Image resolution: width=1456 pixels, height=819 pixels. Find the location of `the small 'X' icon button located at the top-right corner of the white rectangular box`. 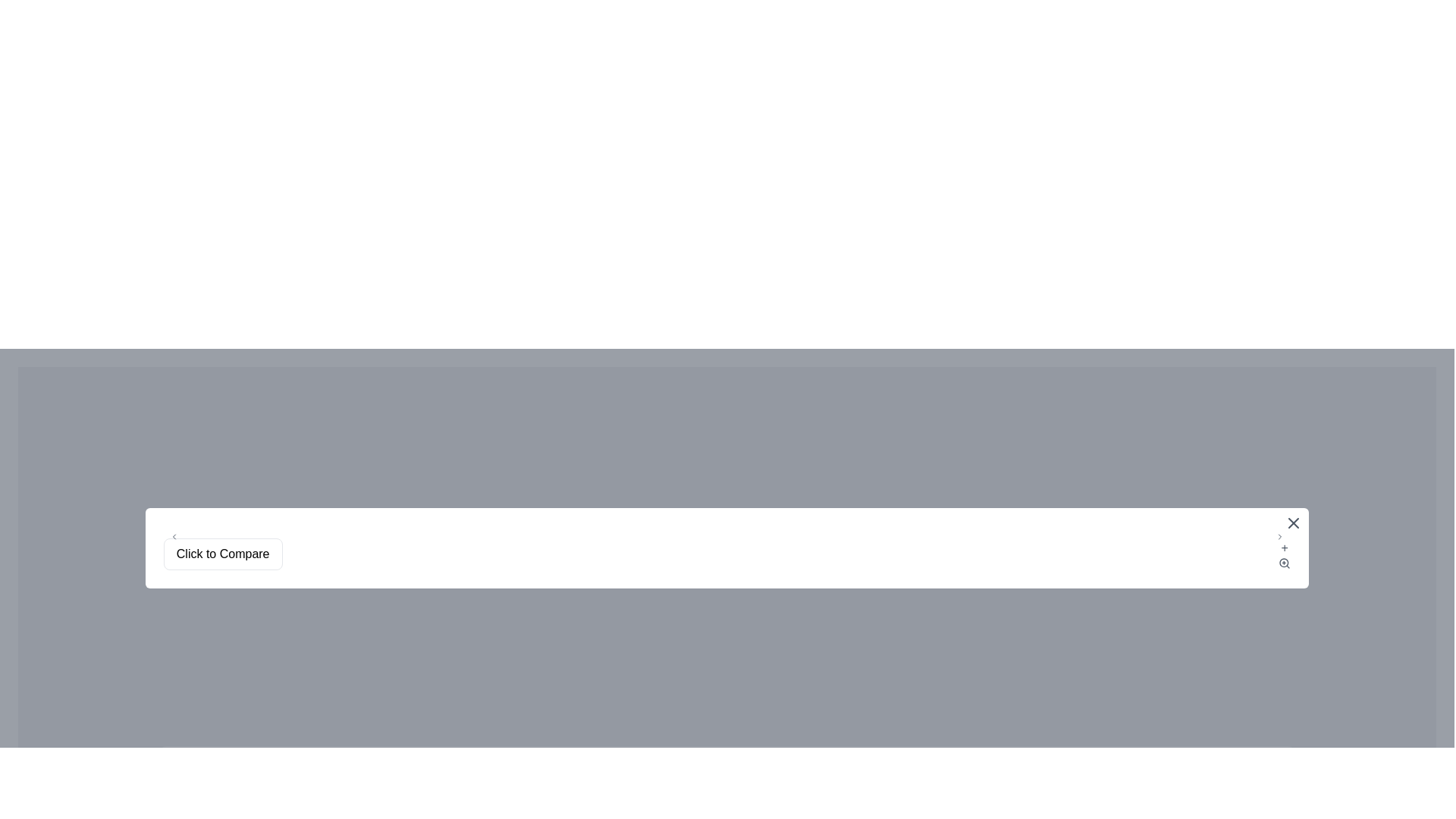

the small 'X' icon button located at the top-right corner of the white rectangular box is located at coordinates (1293, 522).